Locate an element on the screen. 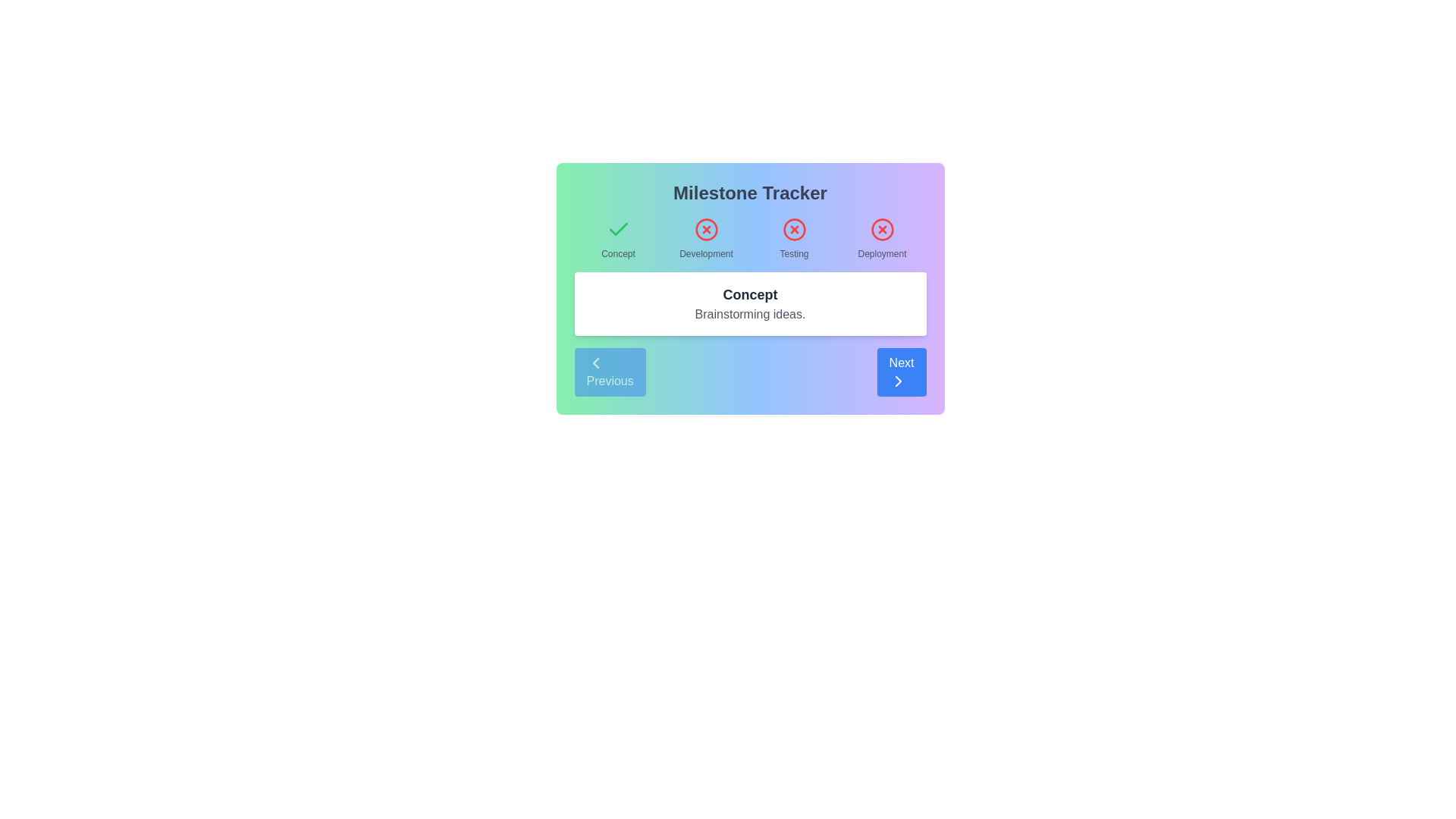 The height and width of the screenshot is (819, 1456). the checkmark icon indicating the completion of the 'Concept' milestone, located in the top-left quarter of the segmented row of milestones is located at coordinates (618, 230).